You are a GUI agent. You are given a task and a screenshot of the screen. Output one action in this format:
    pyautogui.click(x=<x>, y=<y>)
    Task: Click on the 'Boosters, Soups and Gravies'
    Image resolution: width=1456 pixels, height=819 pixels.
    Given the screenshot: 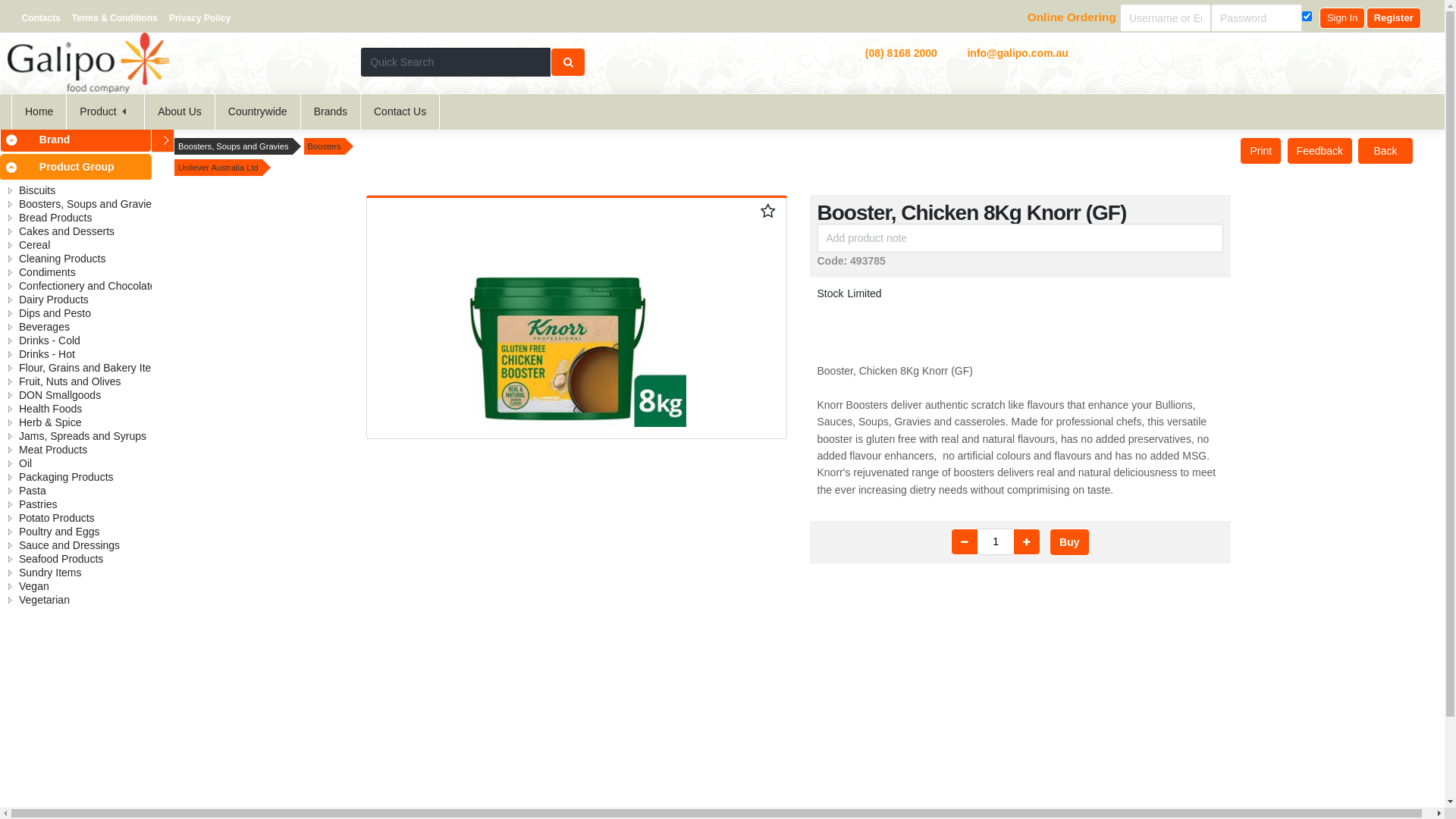 What is the action you would take?
    pyautogui.click(x=232, y=146)
    